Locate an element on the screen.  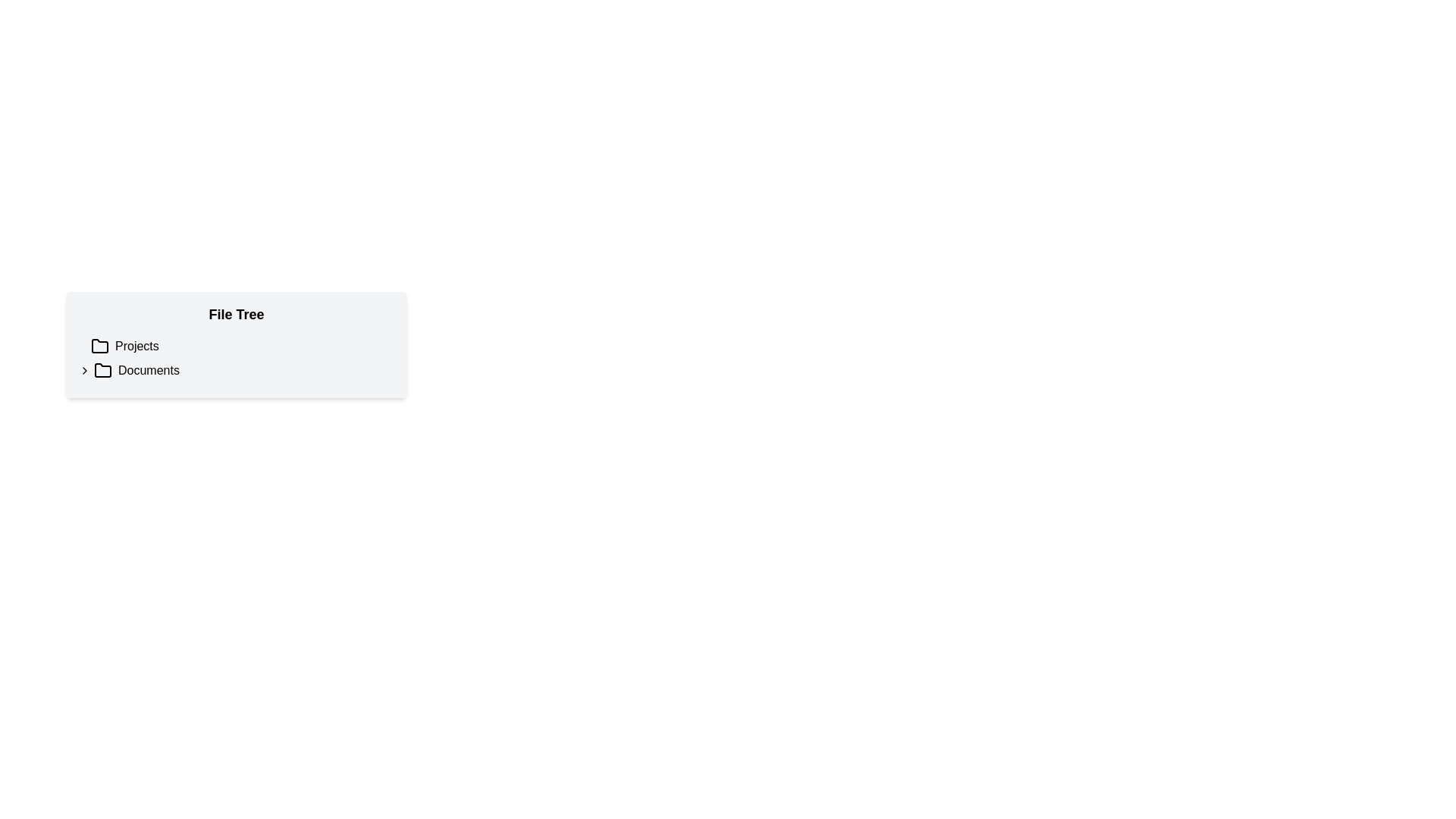
the 'Projects' text label in the file tree is located at coordinates (136, 346).